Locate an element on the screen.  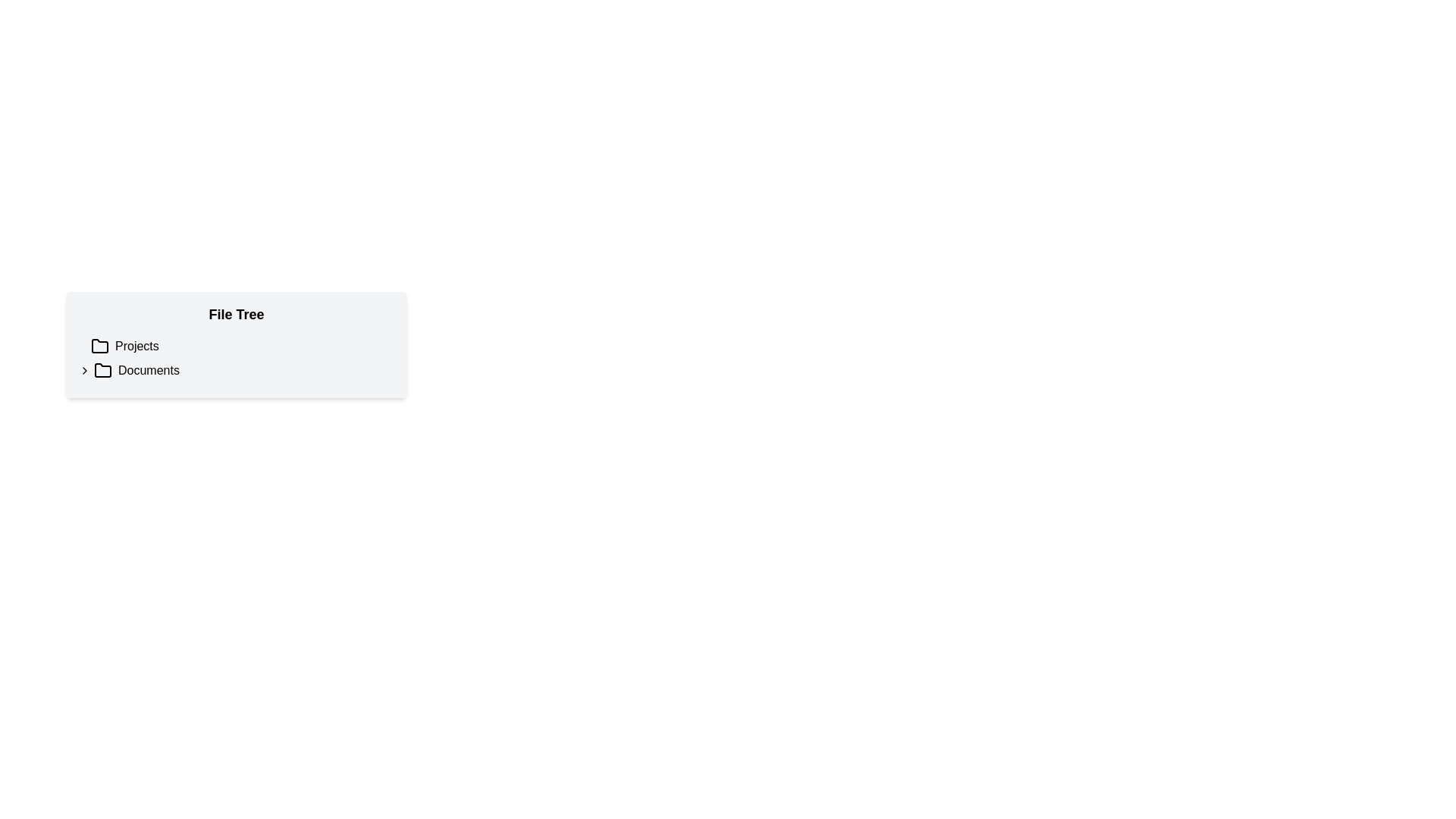
the 'Projects' text label in the file tree is located at coordinates (136, 346).